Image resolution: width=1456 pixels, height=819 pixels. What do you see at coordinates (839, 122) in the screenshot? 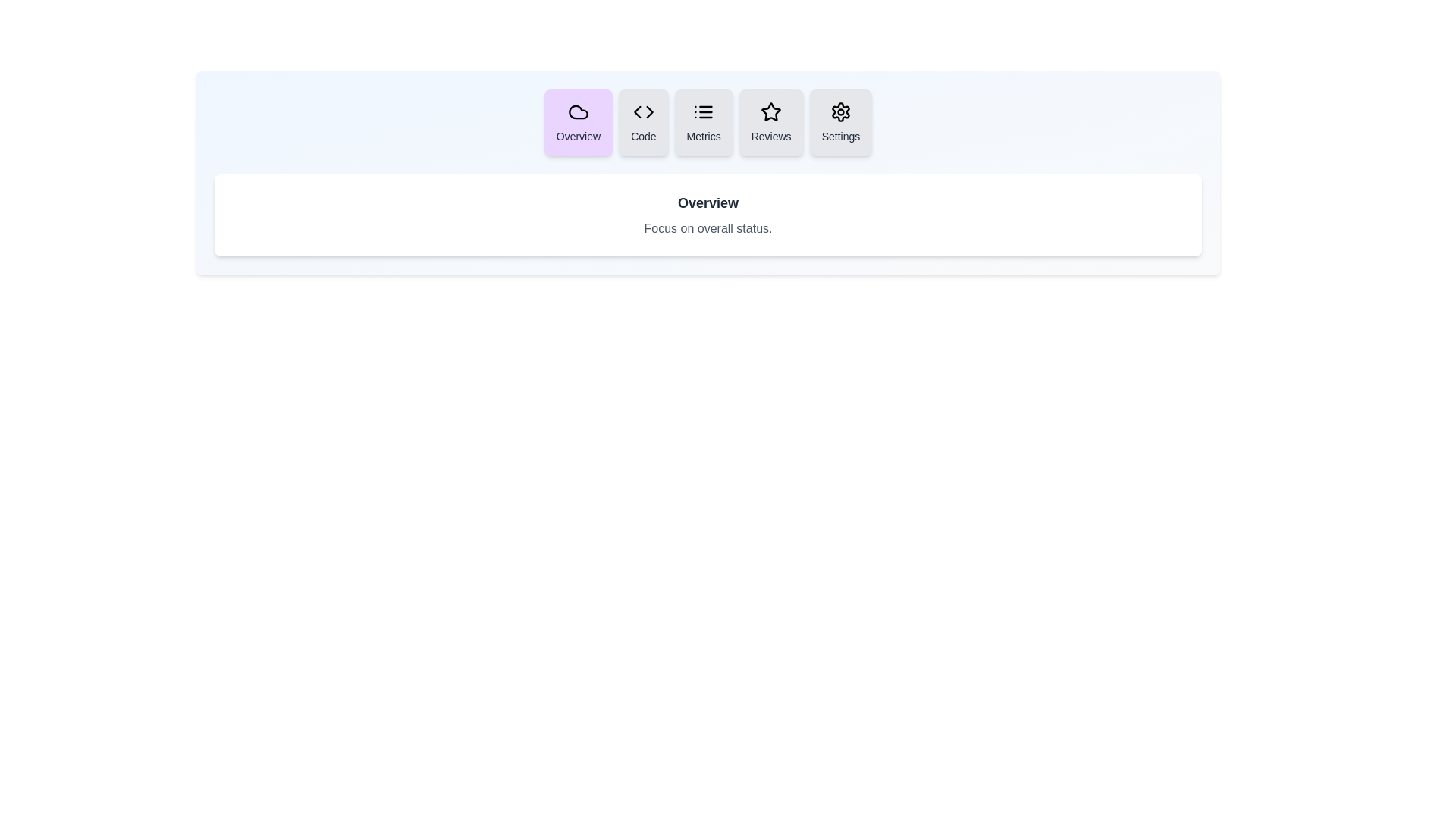
I see `the tab button labeled Settings to see the hover effect` at bounding box center [839, 122].